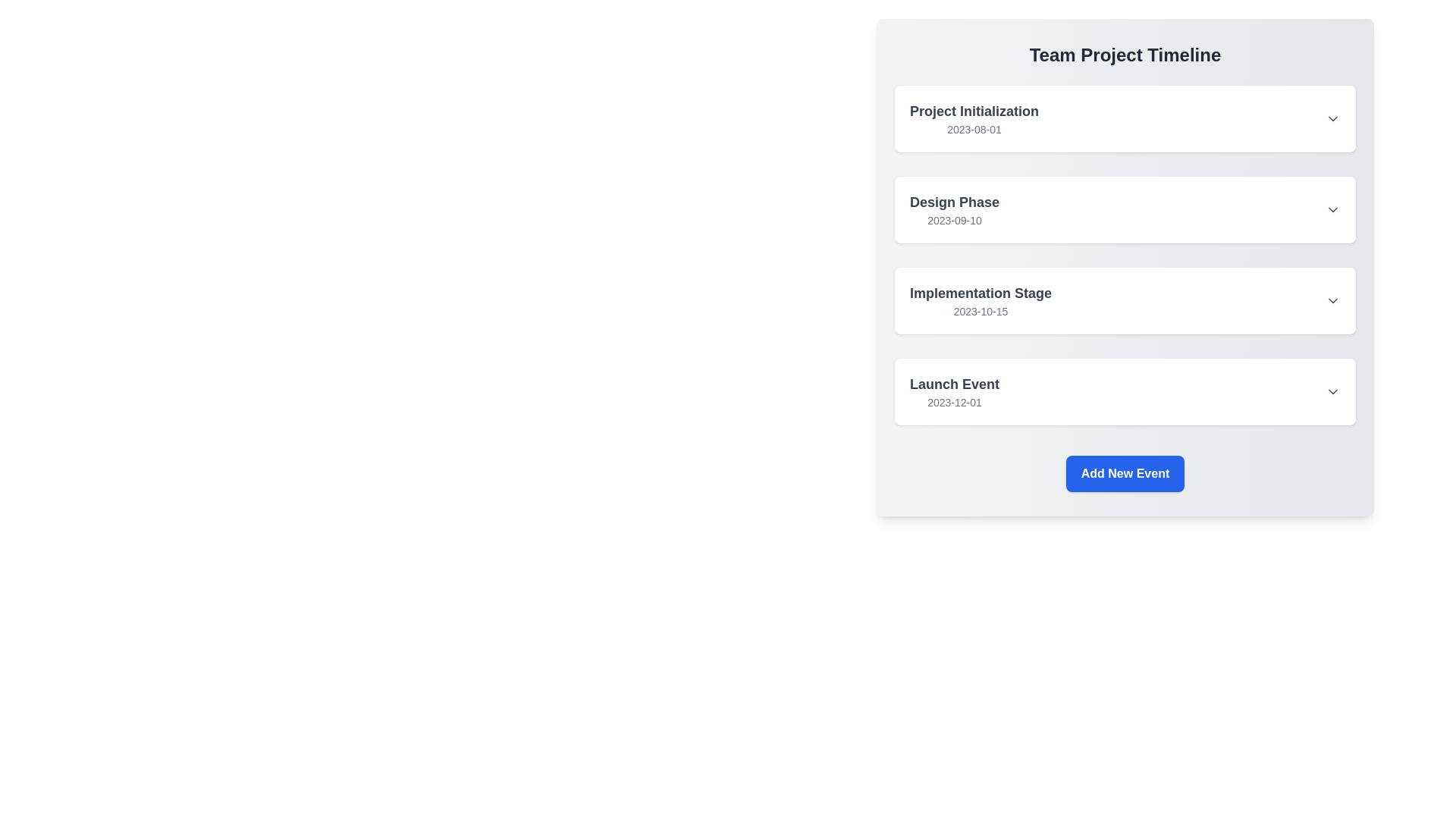 Image resolution: width=1456 pixels, height=819 pixels. What do you see at coordinates (1125, 472) in the screenshot?
I see `the button at the bottom of the 'Team Project Timeline' panel` at bounding box center [1125, 472].